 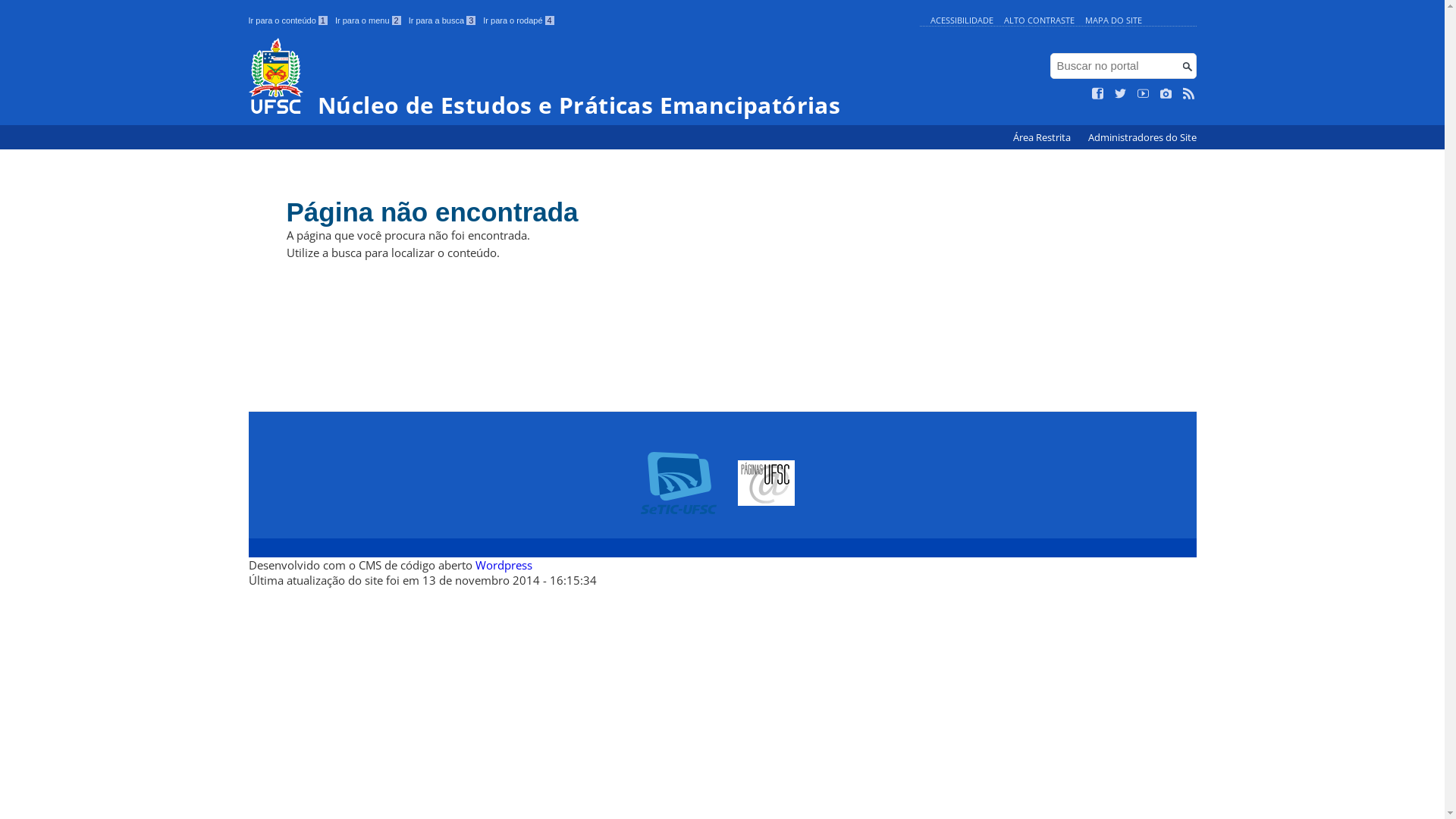 What do you see at coordinates (960, 20) in the screenshot?
I see `'ACESSIBILIDADE'` at bounding box center [960, 20].